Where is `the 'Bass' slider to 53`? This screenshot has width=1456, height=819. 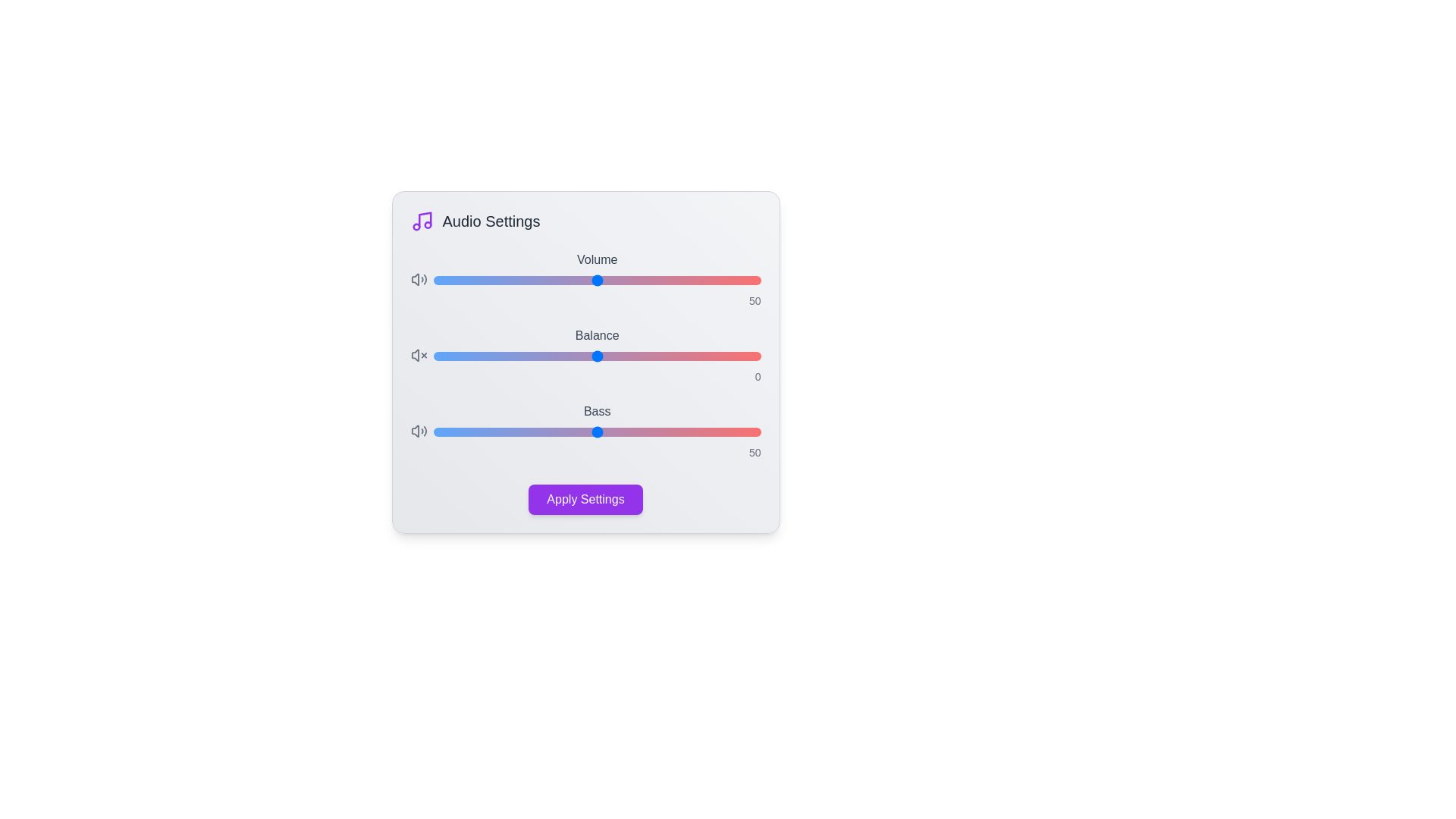
the 'Bass' slider to 53 is located at coordinates (607, 432).